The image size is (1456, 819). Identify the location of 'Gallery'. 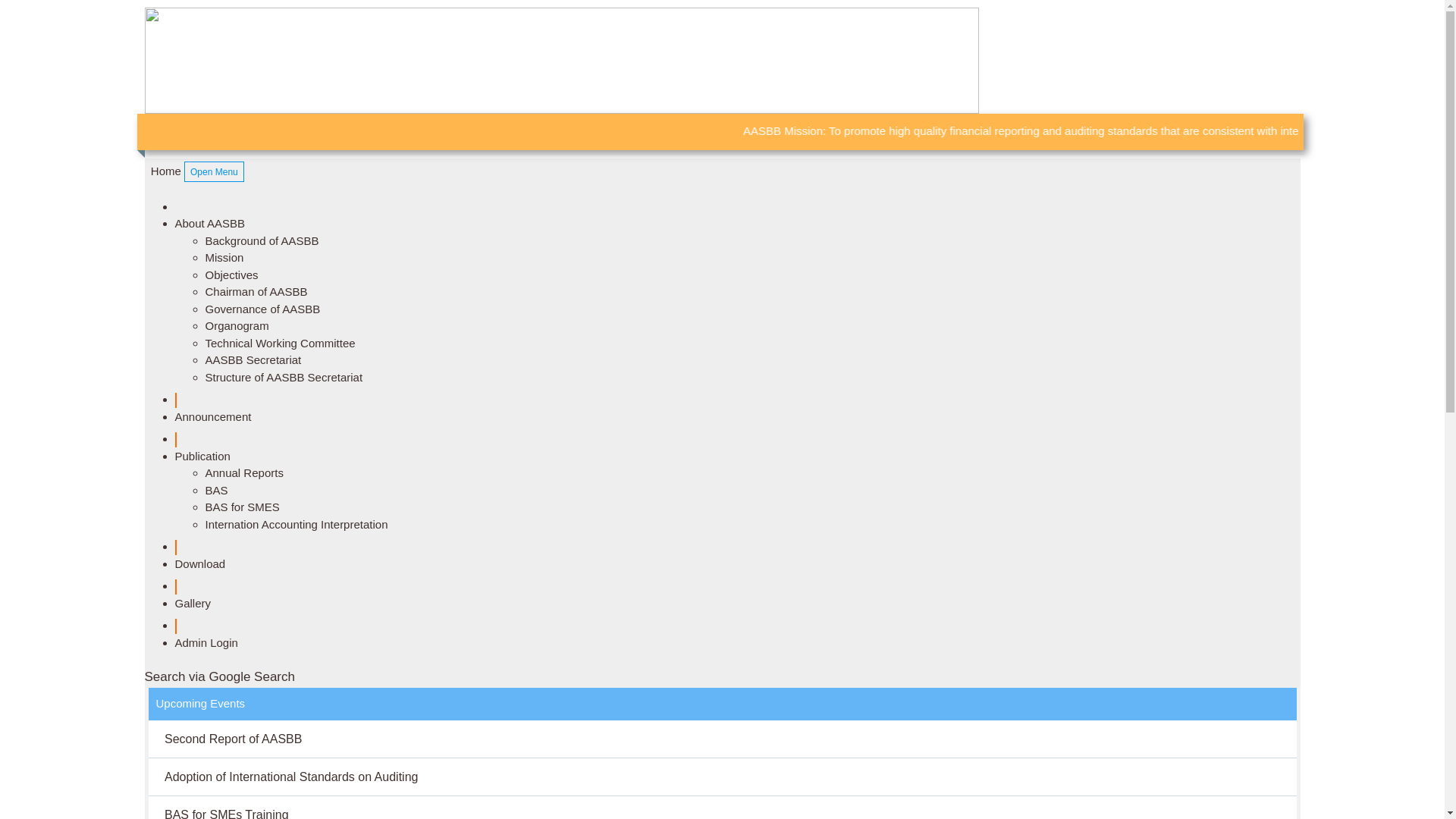
(174, 601).